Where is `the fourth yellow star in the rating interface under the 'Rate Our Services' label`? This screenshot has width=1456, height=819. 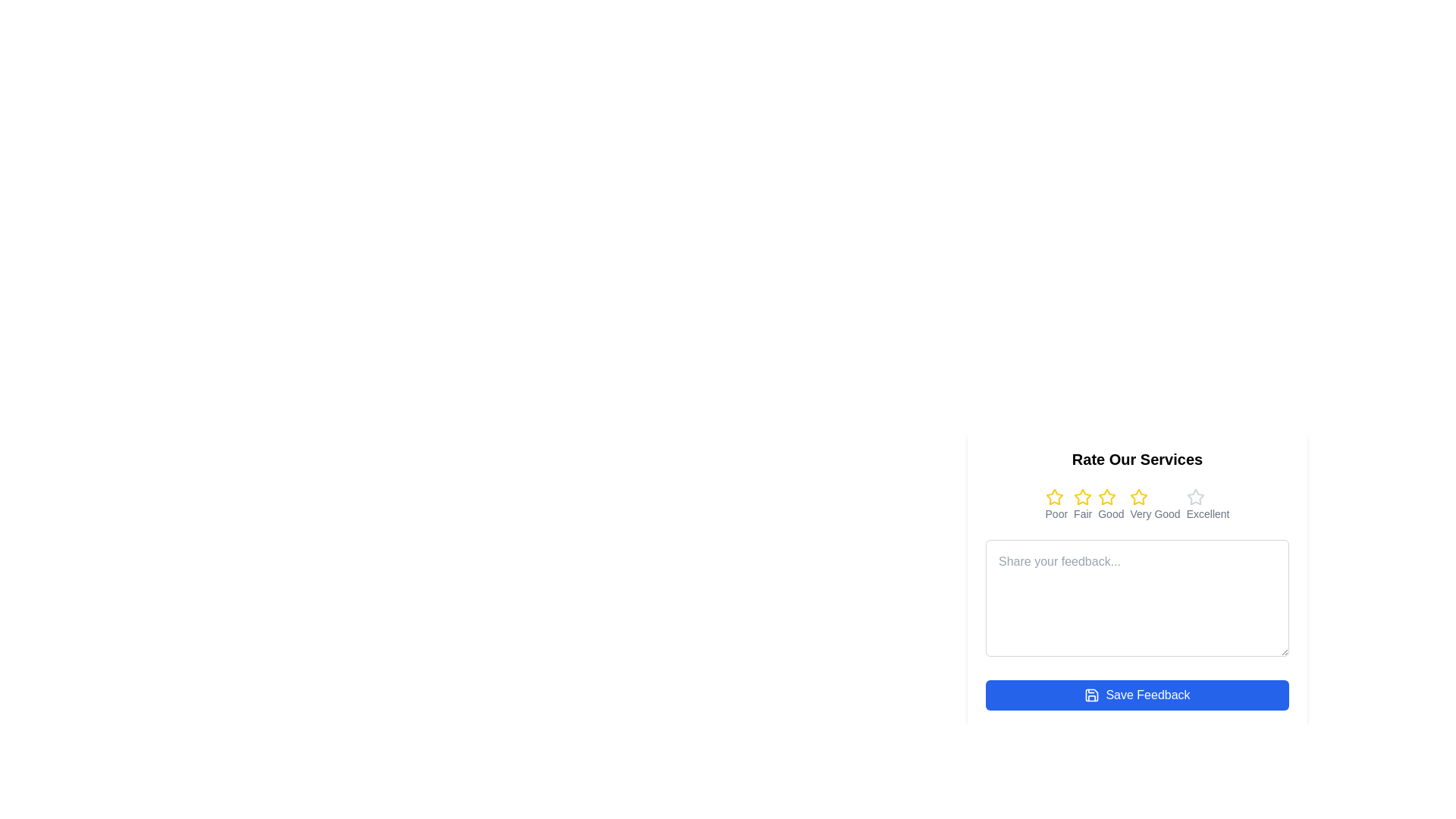 the fourth yellow star in the rating interface under the 'Rate Our Services' label is located at coordinates (1139, 497).